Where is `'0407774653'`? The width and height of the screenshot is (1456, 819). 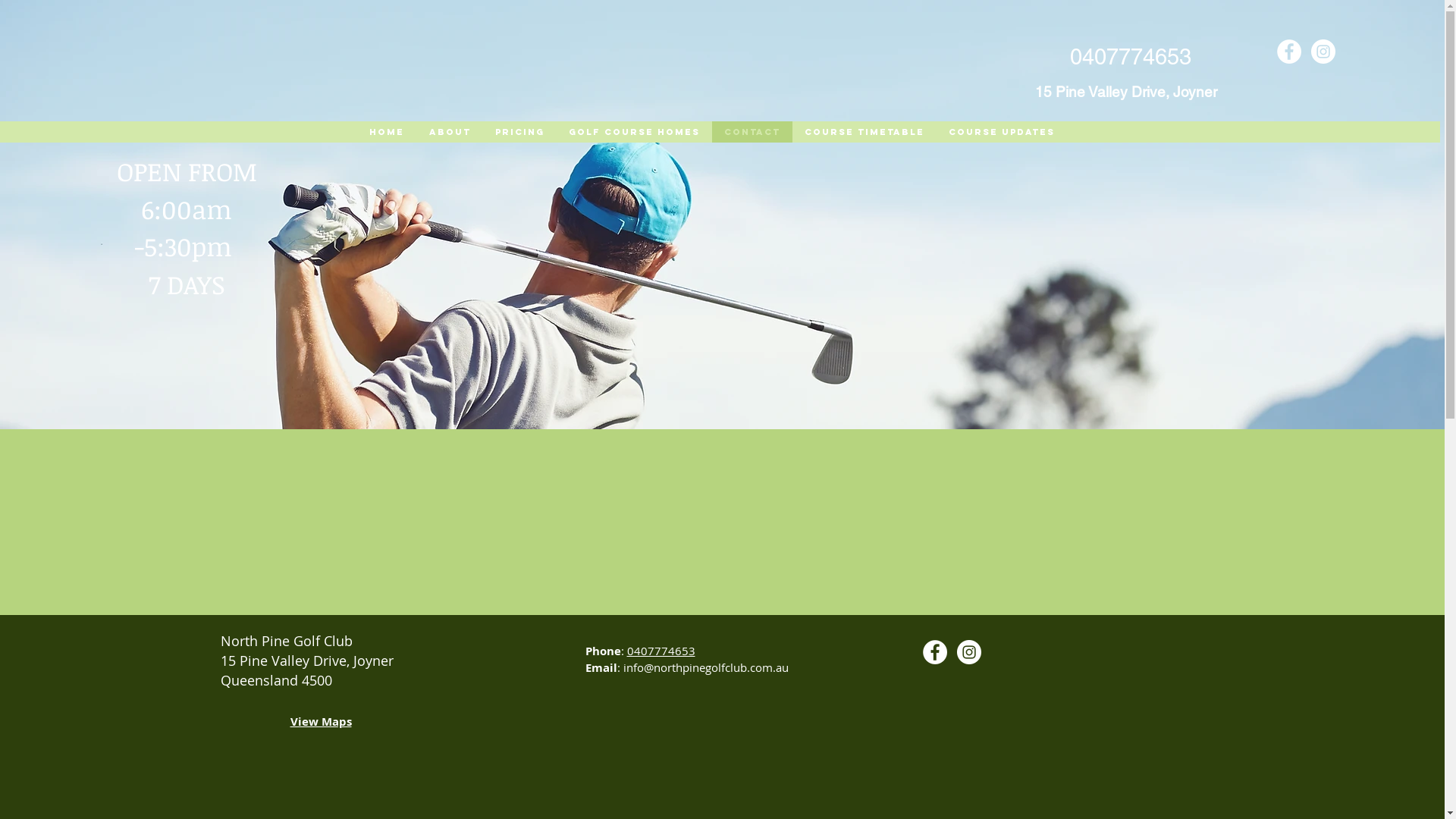
'0407774653' is located at coordinates (660, 649).